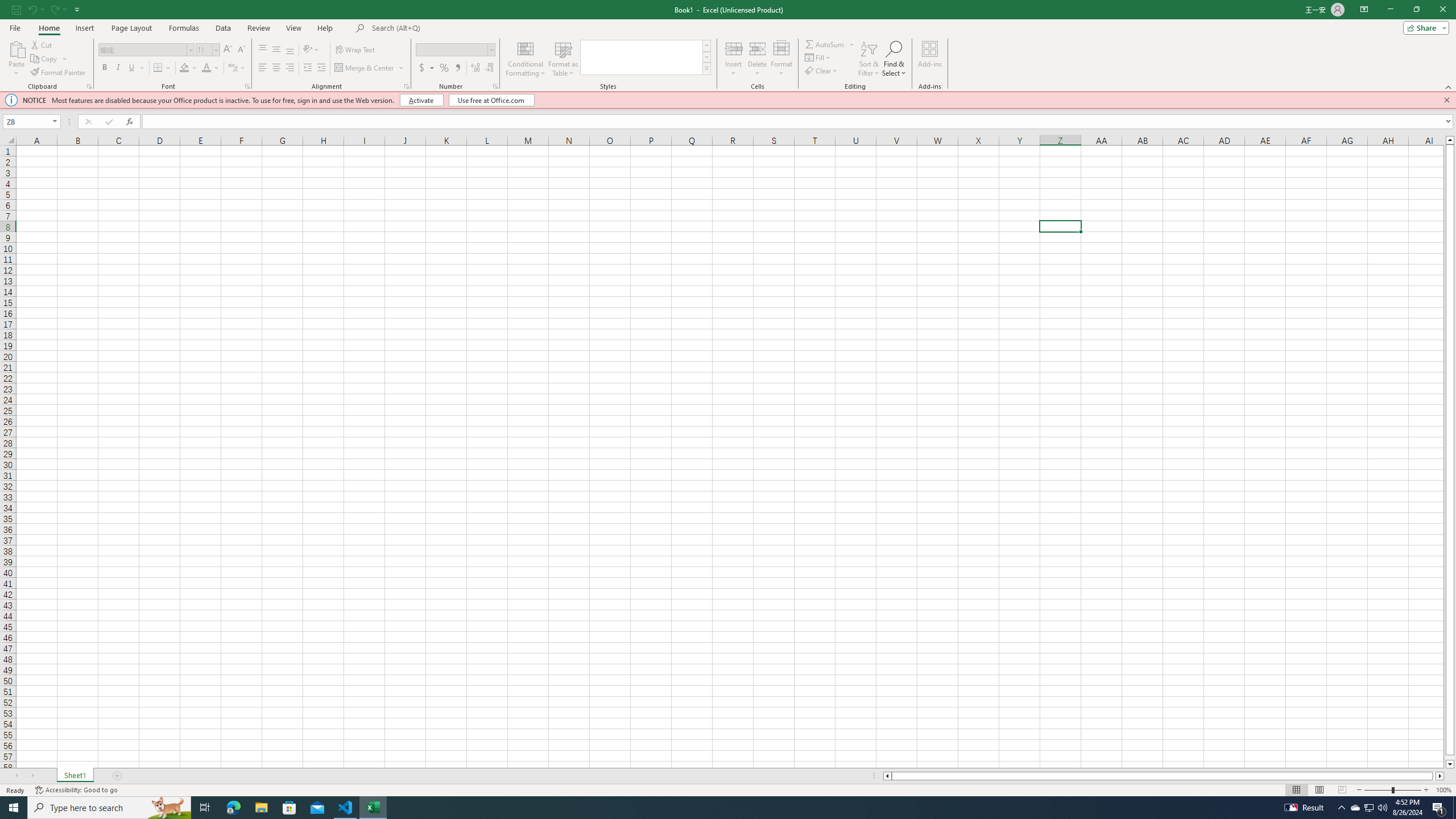 Image resolution: width=1456 pixels, height=819 pixels. Describe the element at coordinates (206, 67) in the screenshot. I see `'Font Color'` at that location.